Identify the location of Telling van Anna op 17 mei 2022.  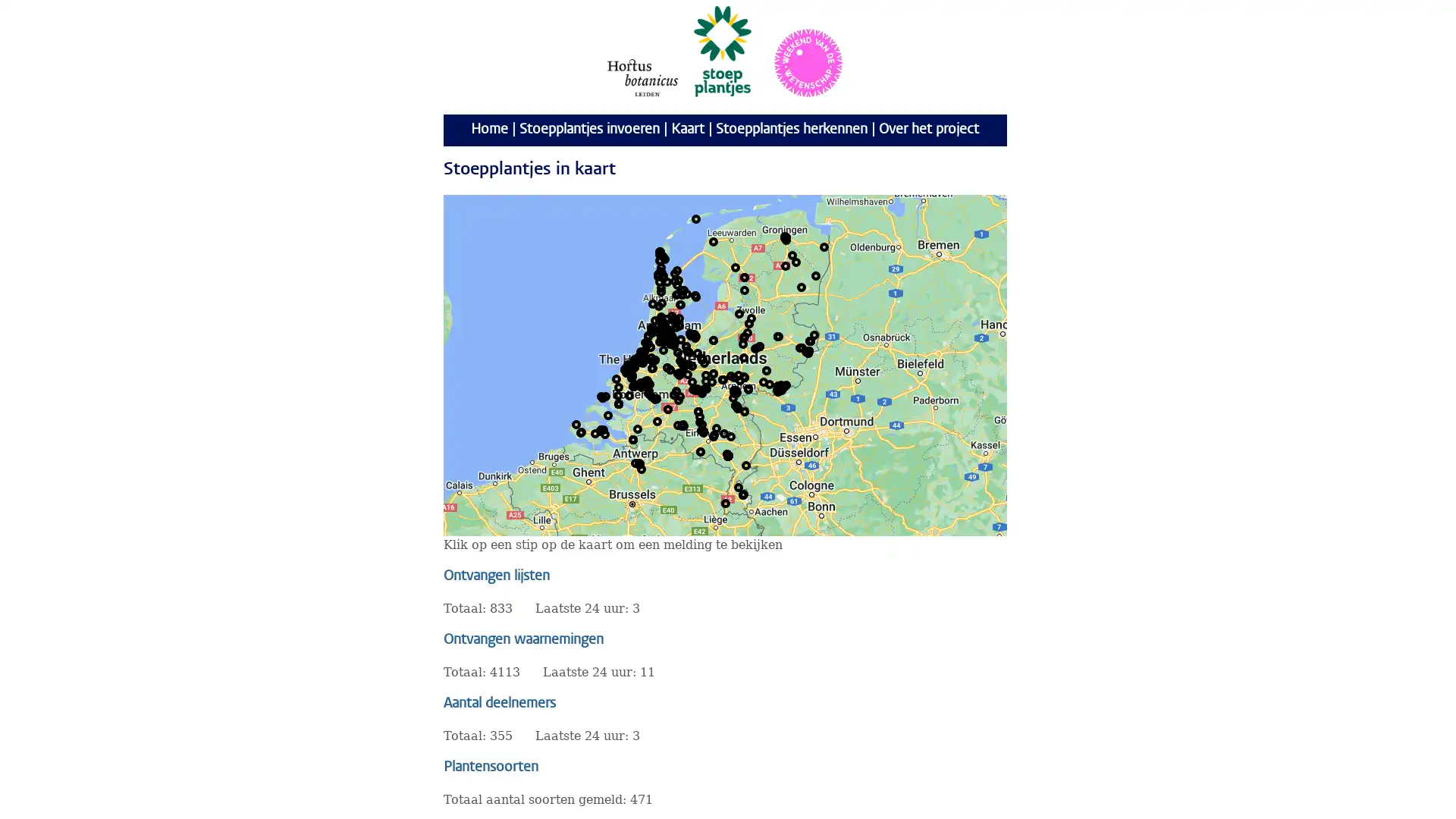
(675, 318).